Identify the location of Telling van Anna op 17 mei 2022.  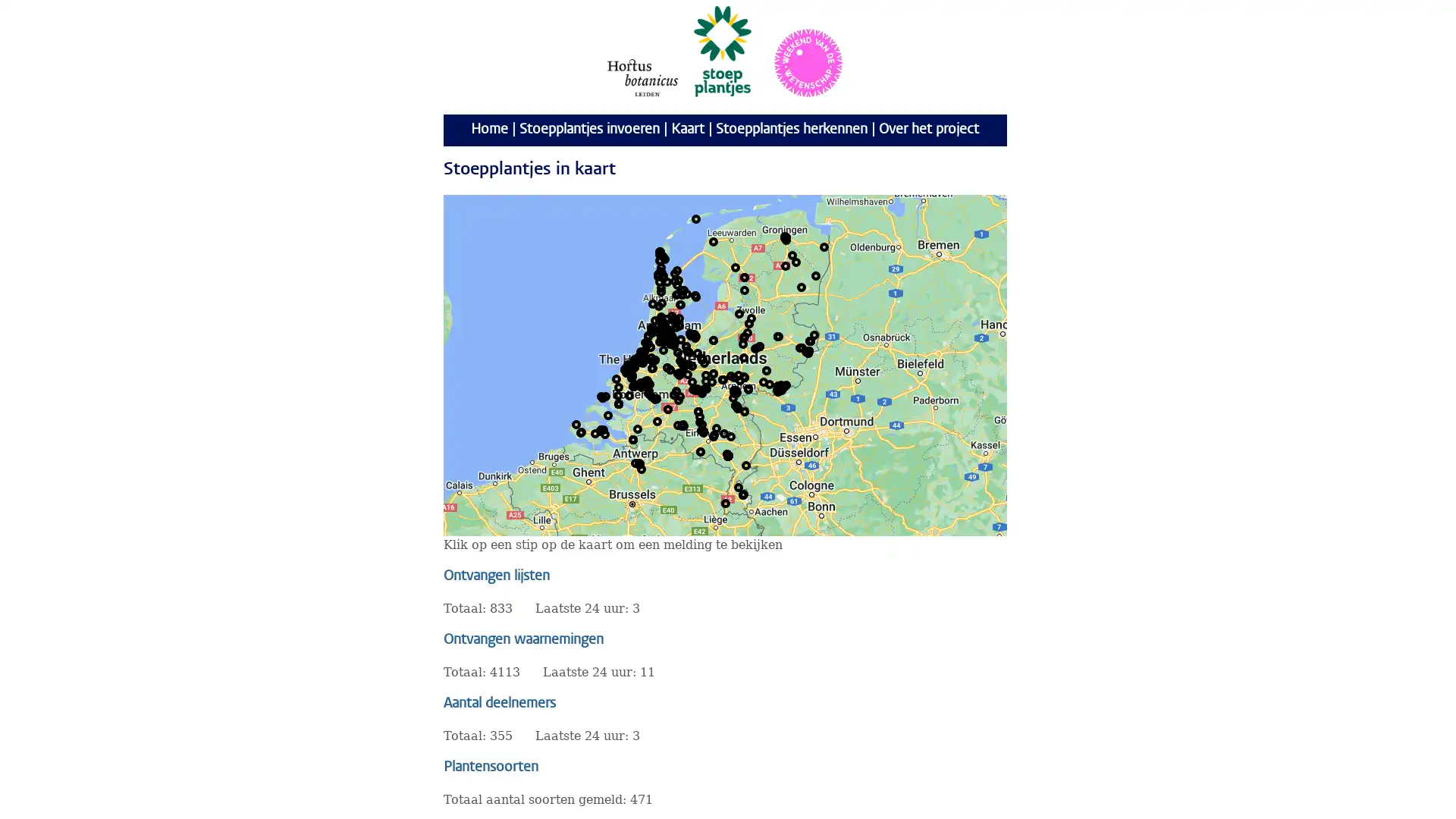
(675, 318).